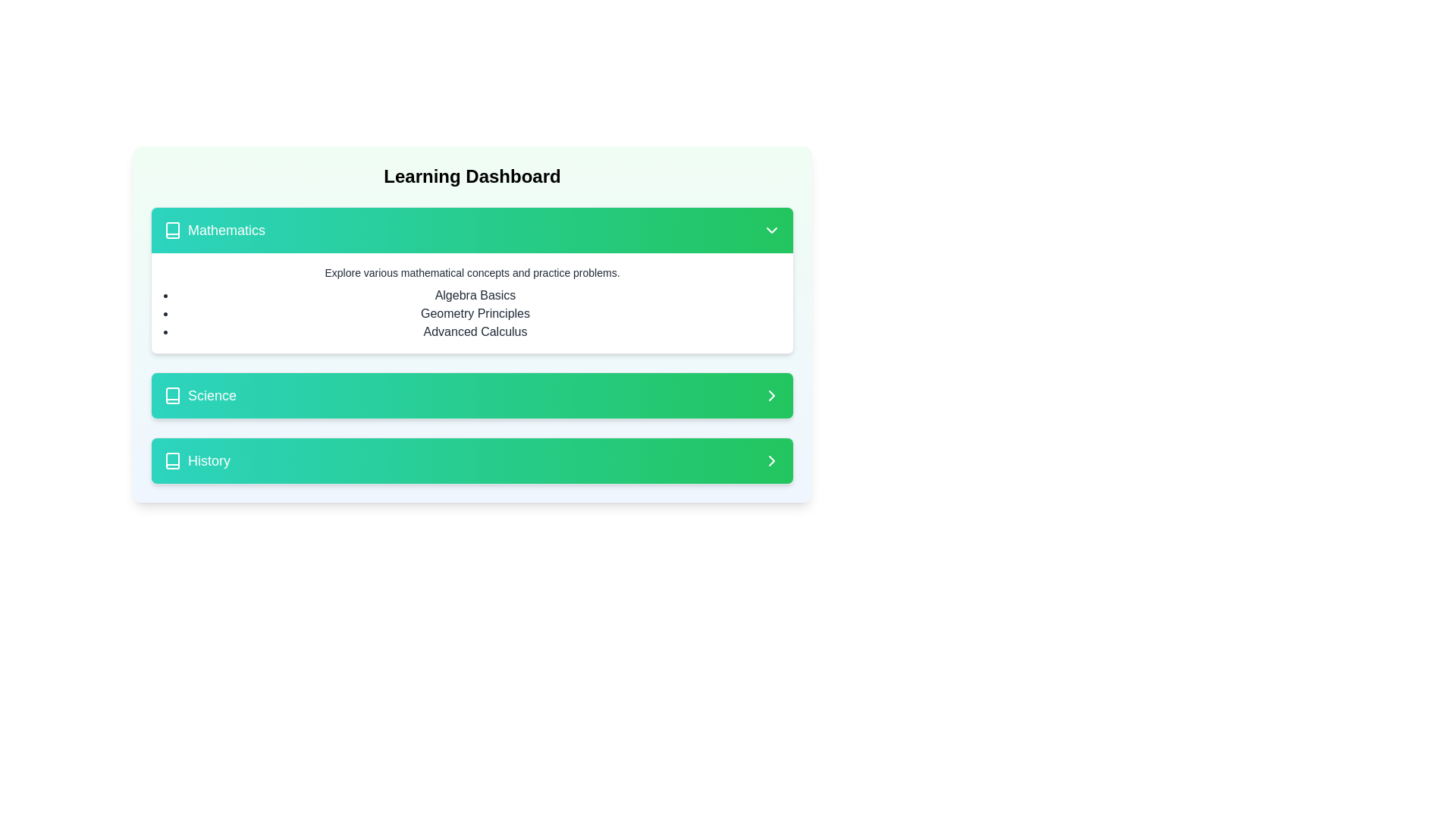 The width and height of the screenshot is (1456, 819). I want to click on the rightward chevron SVG icon with a white stroke located at the far-right end of the 'Science' section, so click(771, 394).